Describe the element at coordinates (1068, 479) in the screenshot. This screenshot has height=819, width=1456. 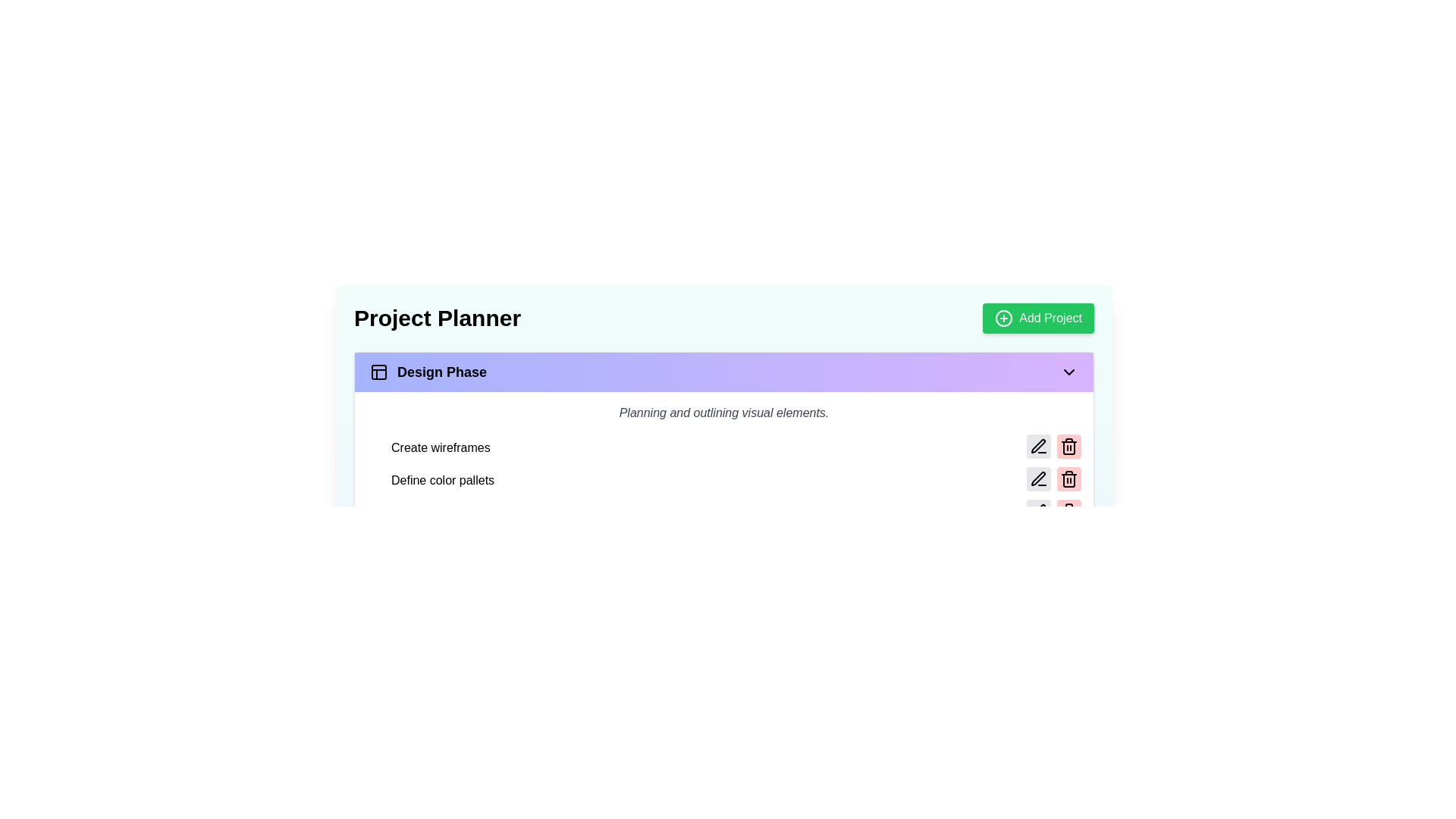
I see `the second visible trash can icon button located to the far right of a task row in the 'Project Planner' interface` at that location.